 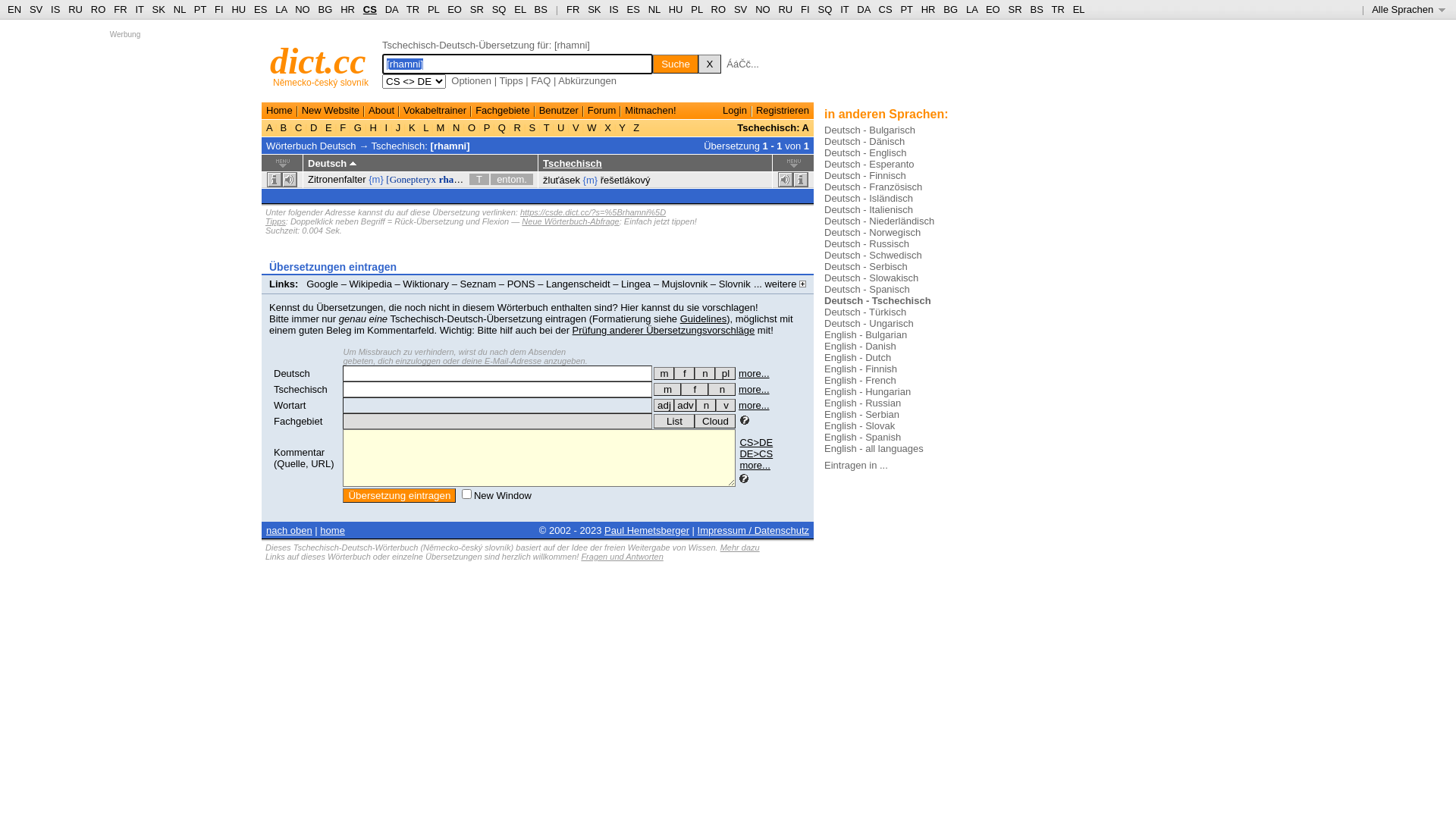 What do you see at coordinates (739, 464) in the screenshot?
I see `'more...'` at bounding box center [739, 464].